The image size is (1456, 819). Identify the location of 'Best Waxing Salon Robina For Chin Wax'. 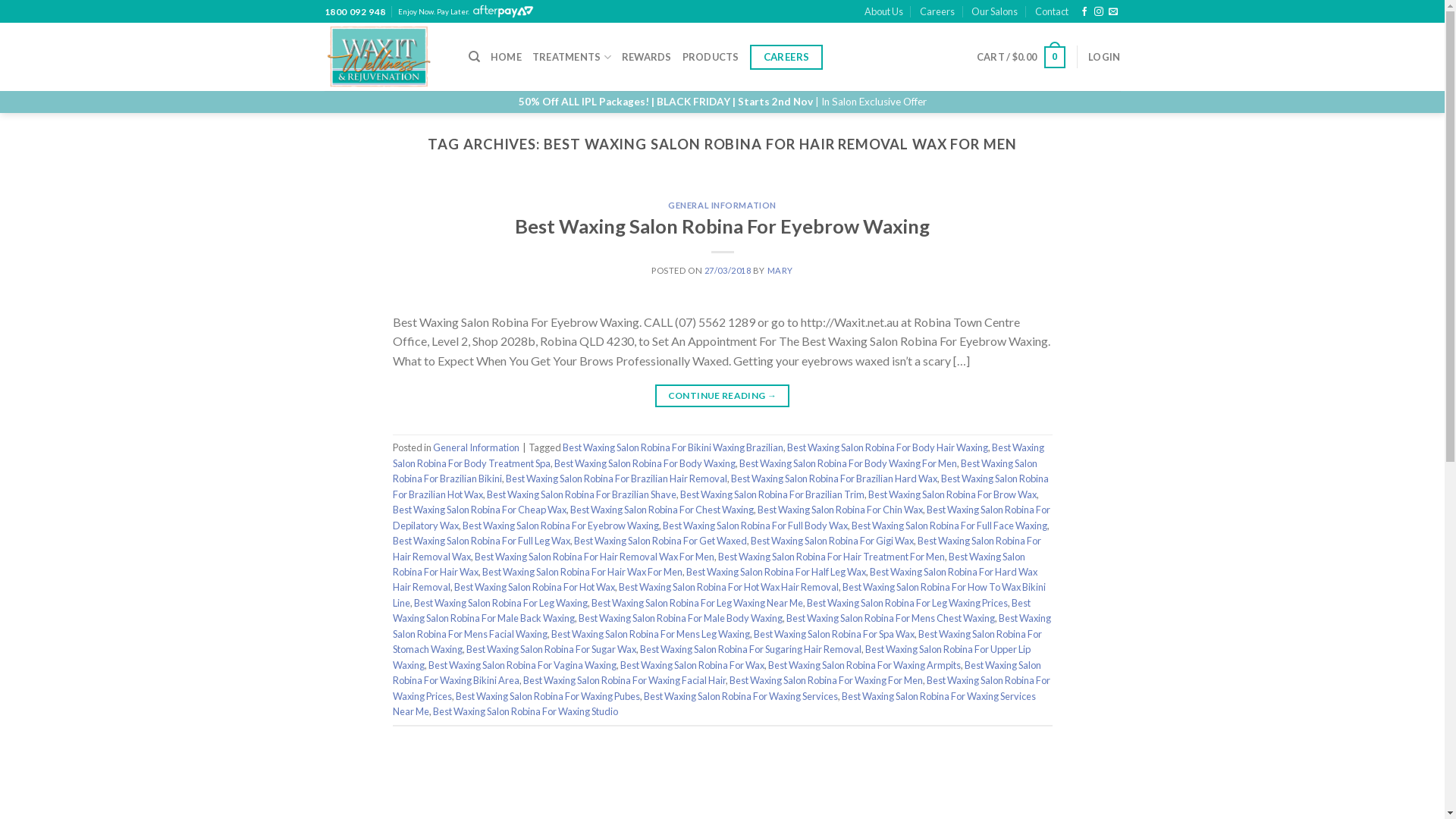
(839, 509).